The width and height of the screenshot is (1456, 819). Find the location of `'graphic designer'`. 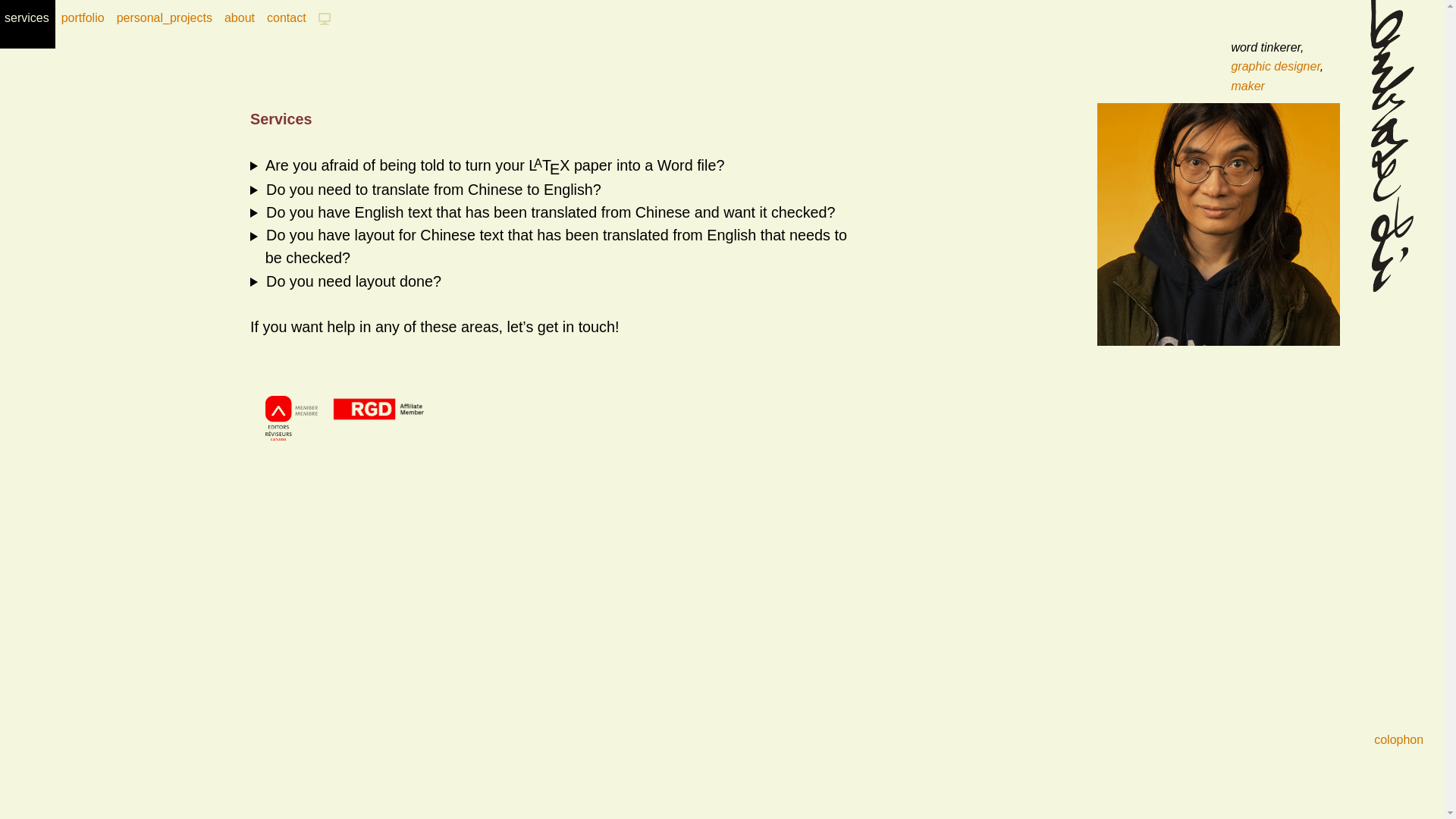

'graphic designer' is located at coordinates (1274, 65).